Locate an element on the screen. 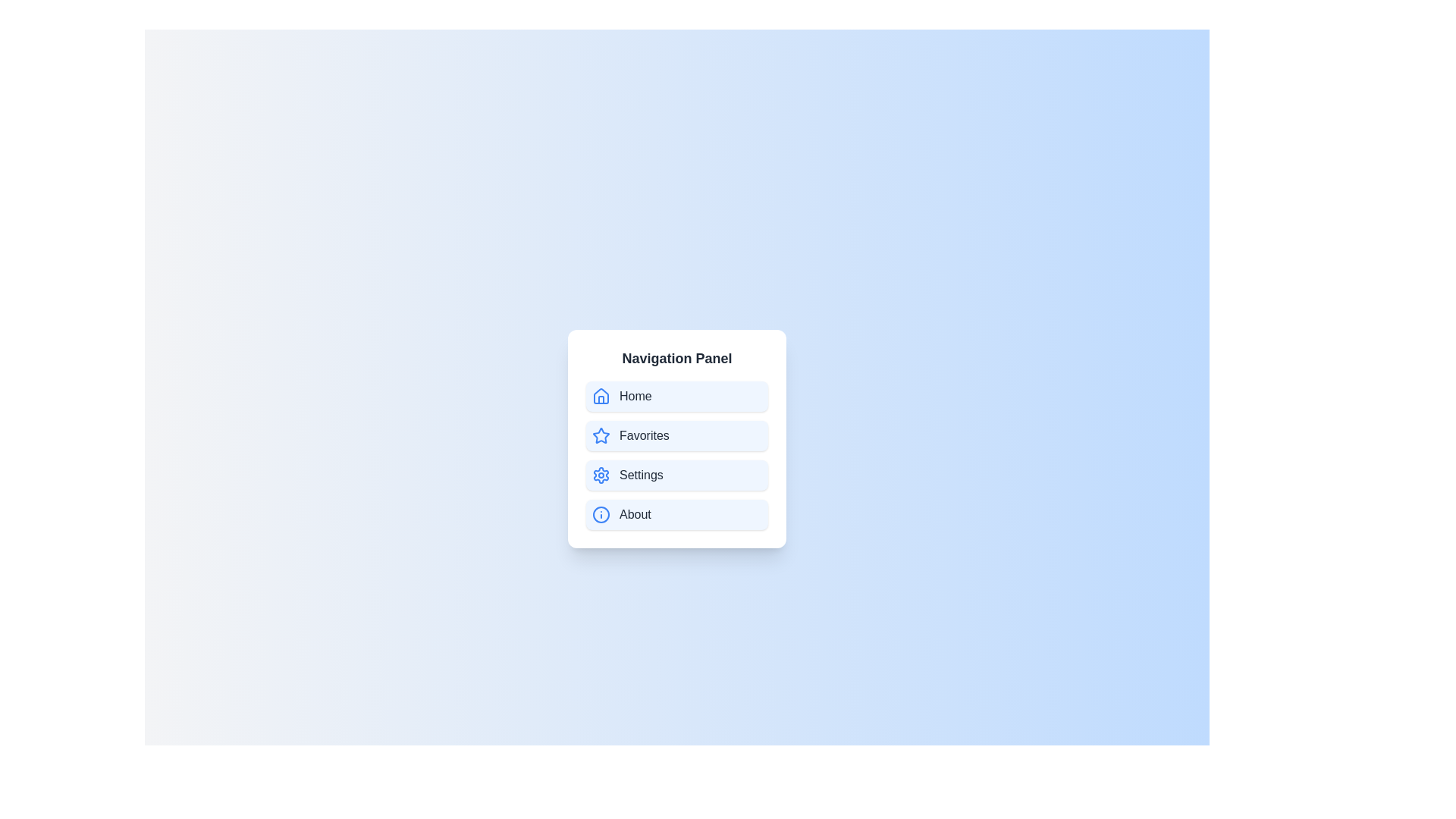  the 'About' icon located to the left of the 'About' text in the bottom-most item of the vertical navigation menu is located at coordinates (600, 513).